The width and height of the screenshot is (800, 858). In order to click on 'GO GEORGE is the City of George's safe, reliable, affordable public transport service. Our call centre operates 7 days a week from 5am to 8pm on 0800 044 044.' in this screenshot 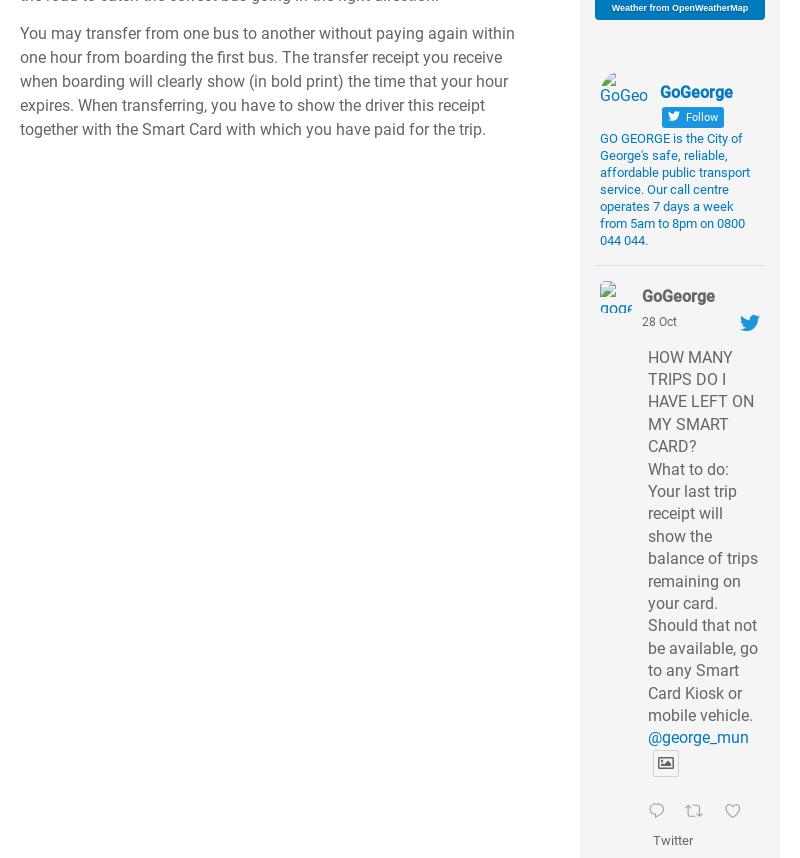, I will do `click(675, 189)`.